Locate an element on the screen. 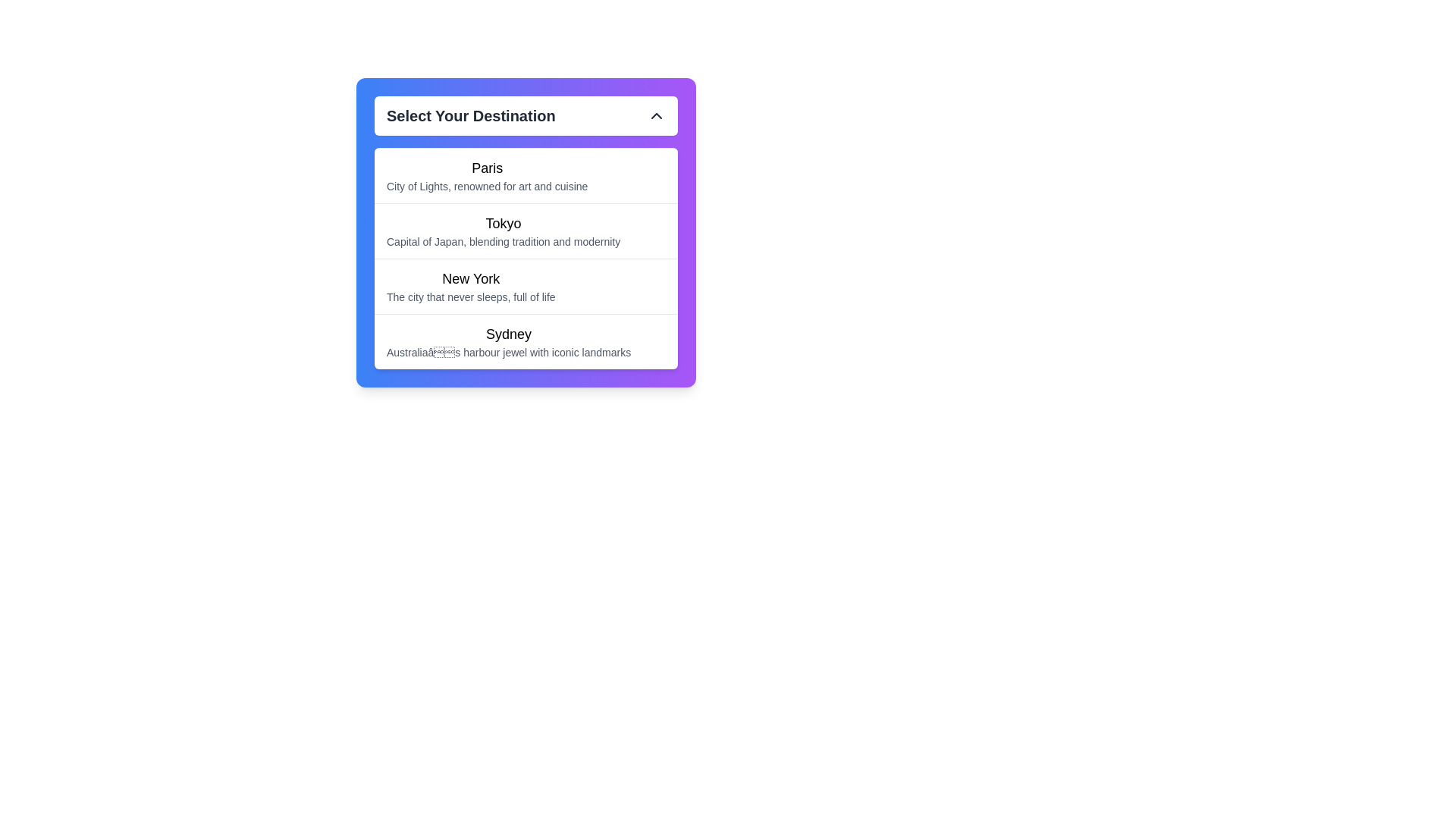 The width and height of the screenshot is (1456, 819). the text label displaying 'Paris', which is bold and larger than the subtitle, located at the top of the dropdown content area is located at coordinates (487, 168).